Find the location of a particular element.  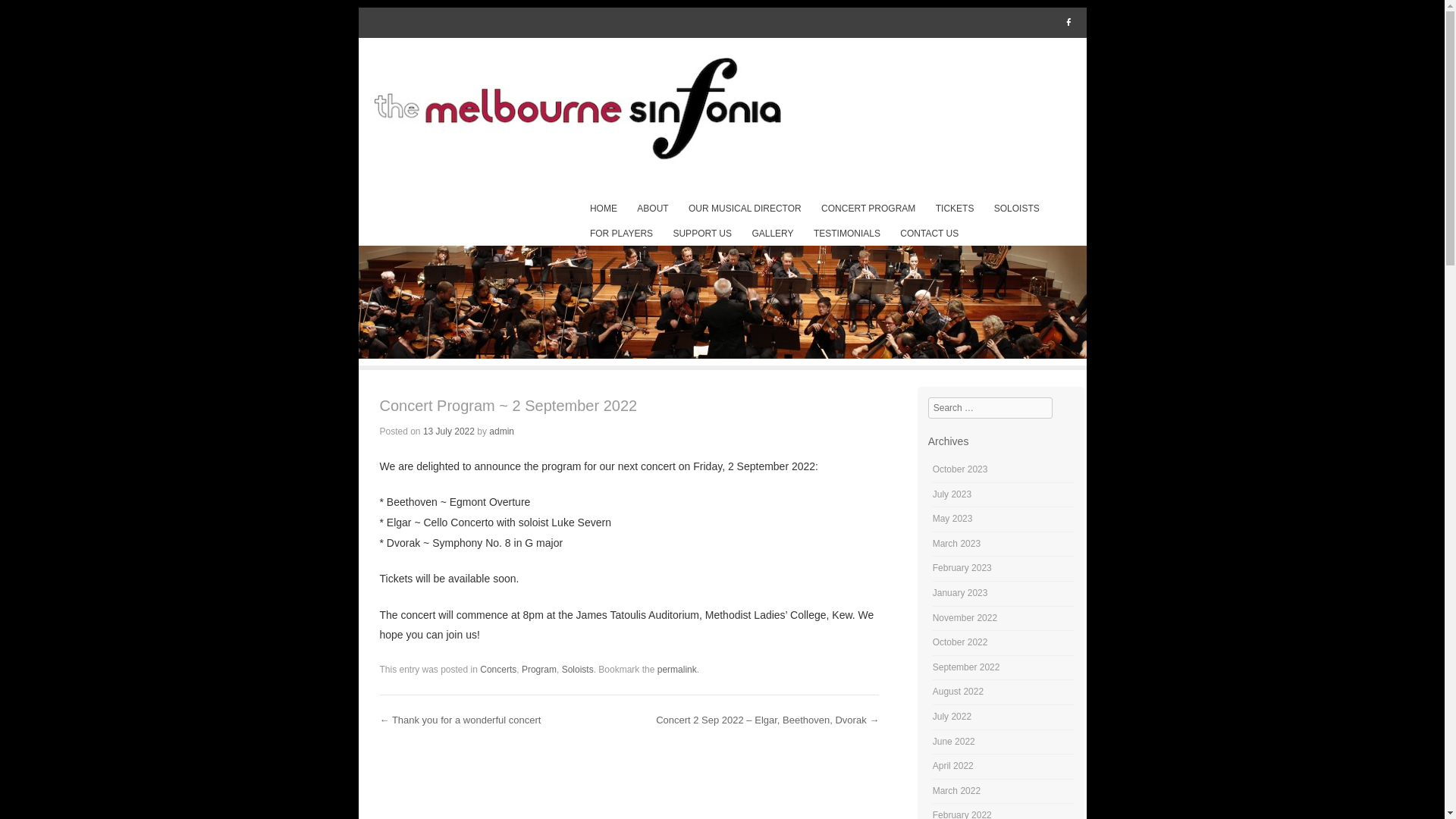

'melbournesinfonia.org.au' is located at coordinates (720, 354).